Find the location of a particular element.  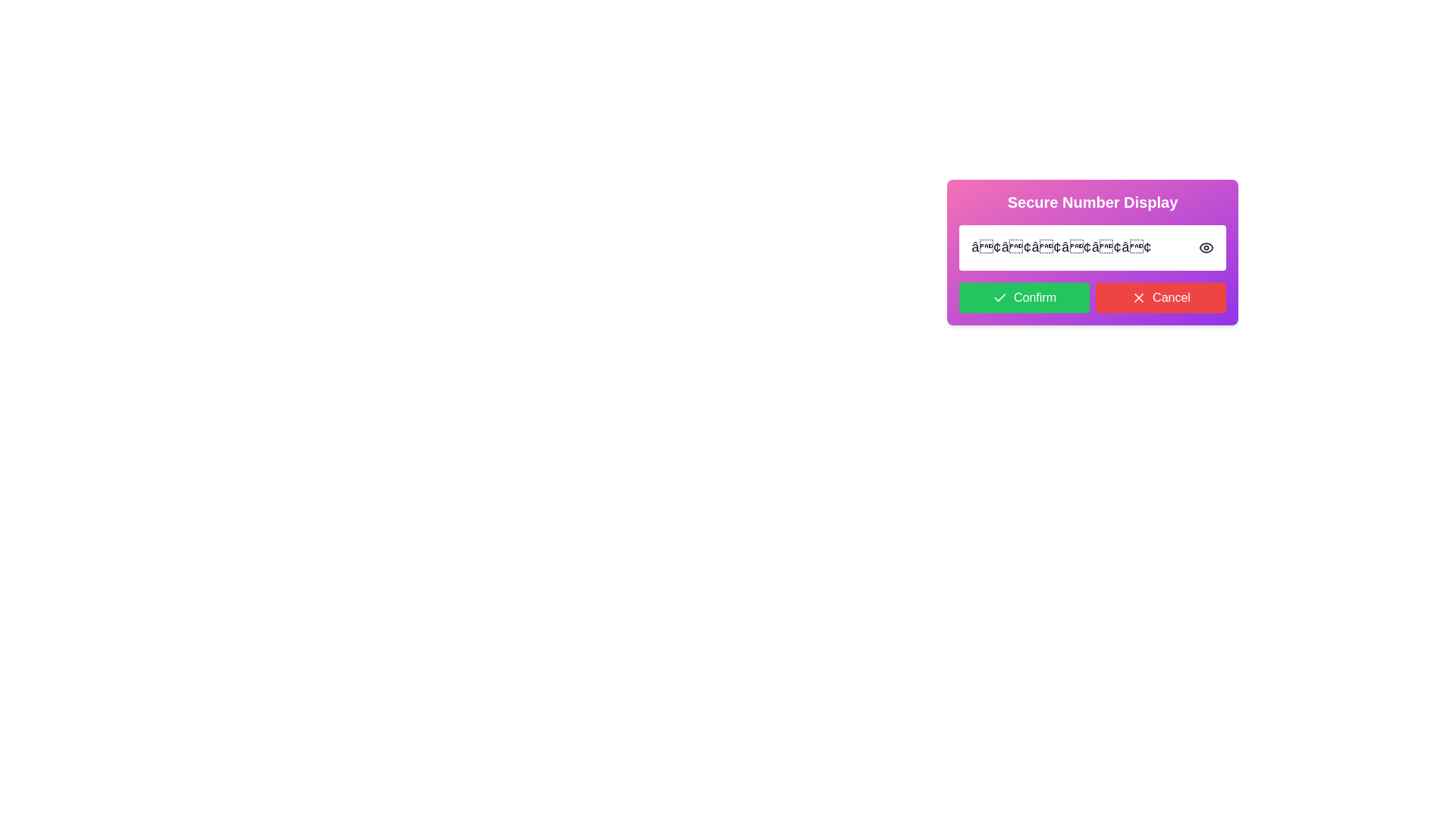

the X-shaped vector graphic element, which serves as a close or cancel icon, located near the right edge of the modal window is located at coordinates (1139, 298).